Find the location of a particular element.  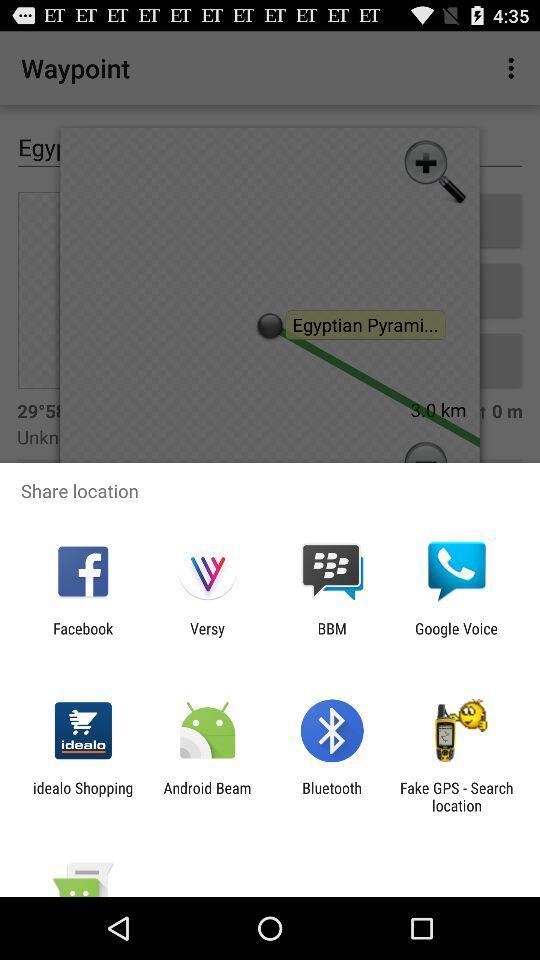

the fake gps search item is located at coordinates (456, 796).